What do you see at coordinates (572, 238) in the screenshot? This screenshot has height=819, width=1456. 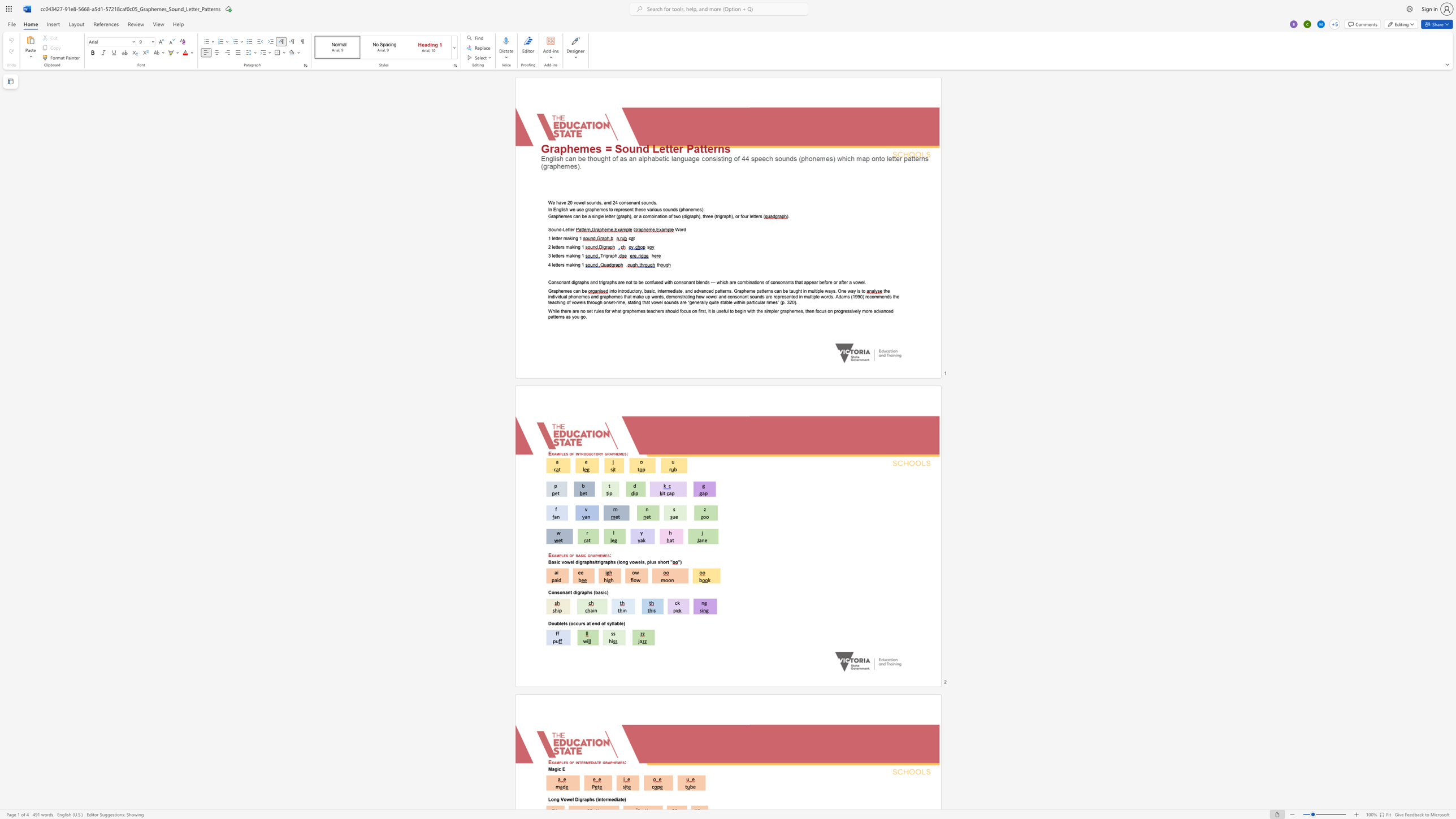 I see `the 1th character "i" in the text` at bounding box center [572, 238].